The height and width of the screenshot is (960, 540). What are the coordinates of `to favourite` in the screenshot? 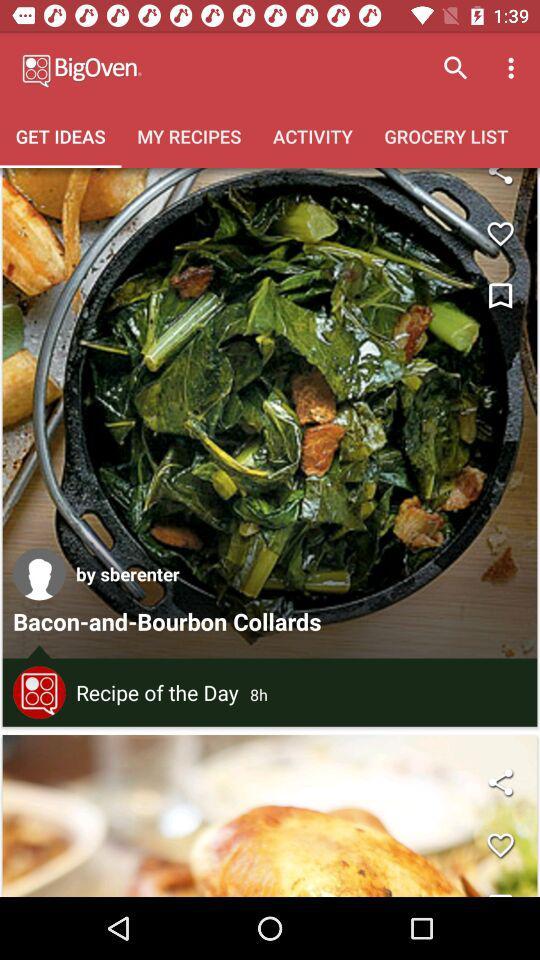 It's located at (499, 844).